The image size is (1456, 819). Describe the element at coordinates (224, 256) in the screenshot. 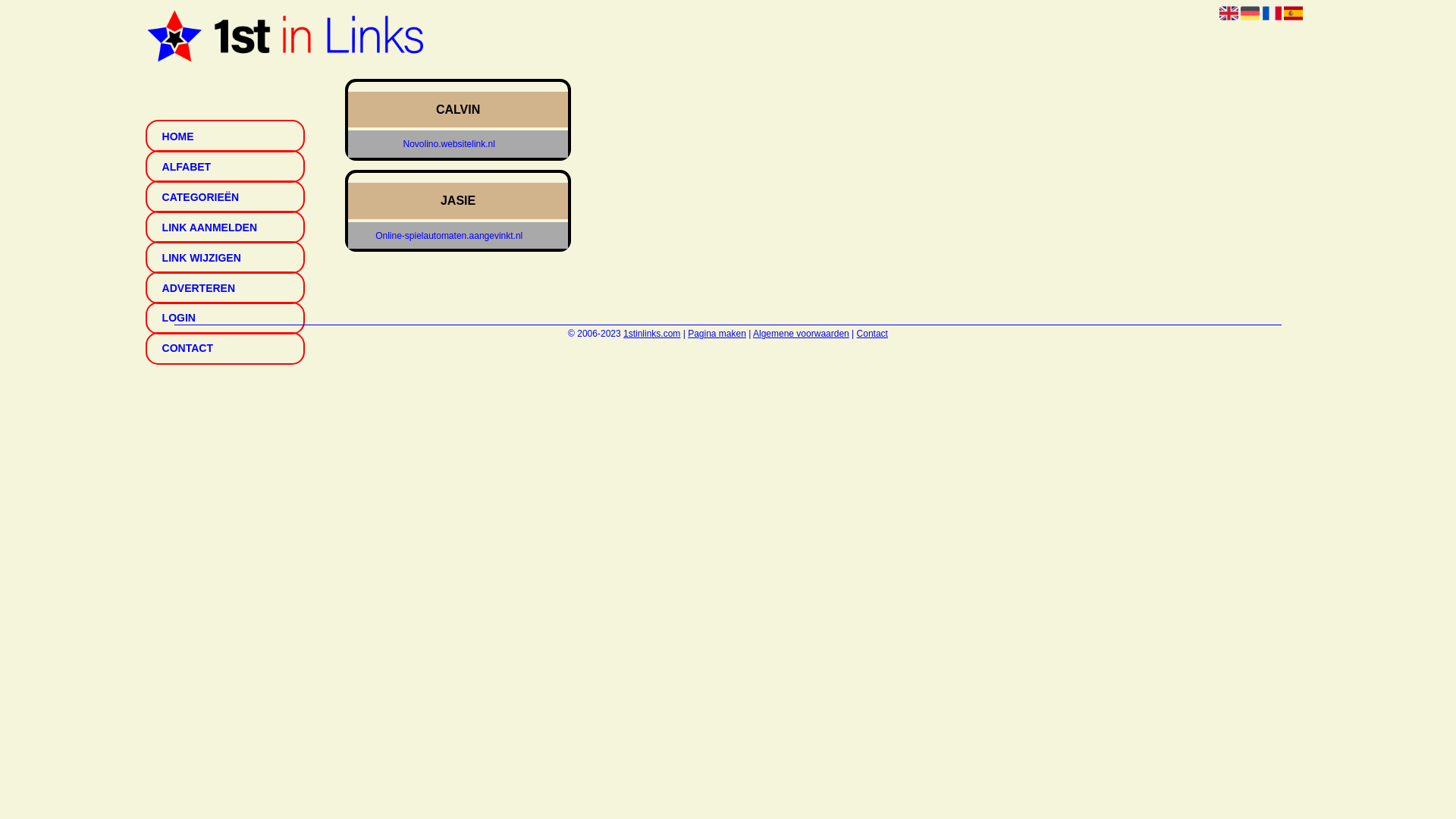

I see `'LINK WIJZIGEN'` at that location.